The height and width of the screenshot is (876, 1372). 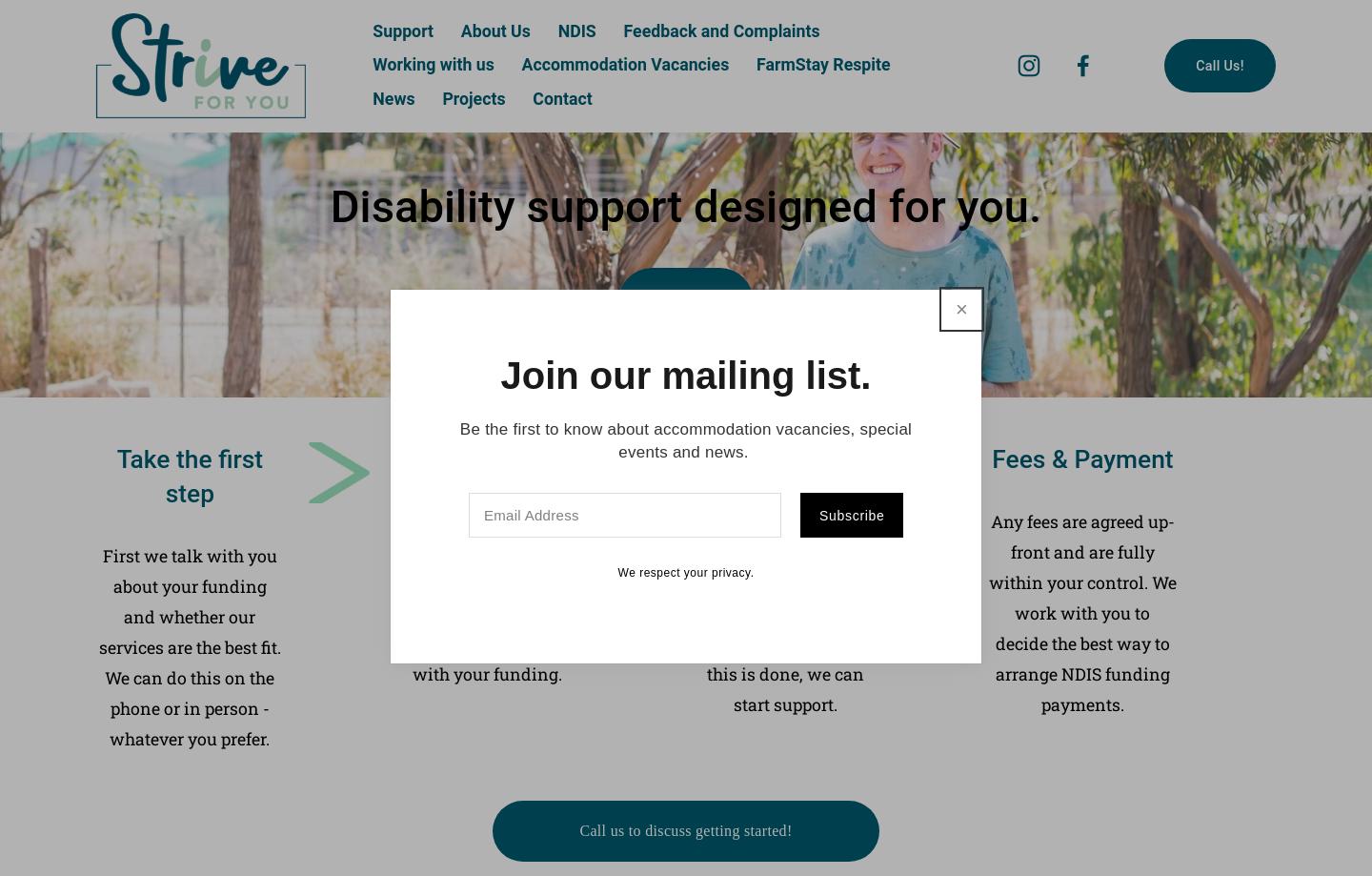 I want to click on 'Call us to discuss getting started!', so click(x=577, y=829).